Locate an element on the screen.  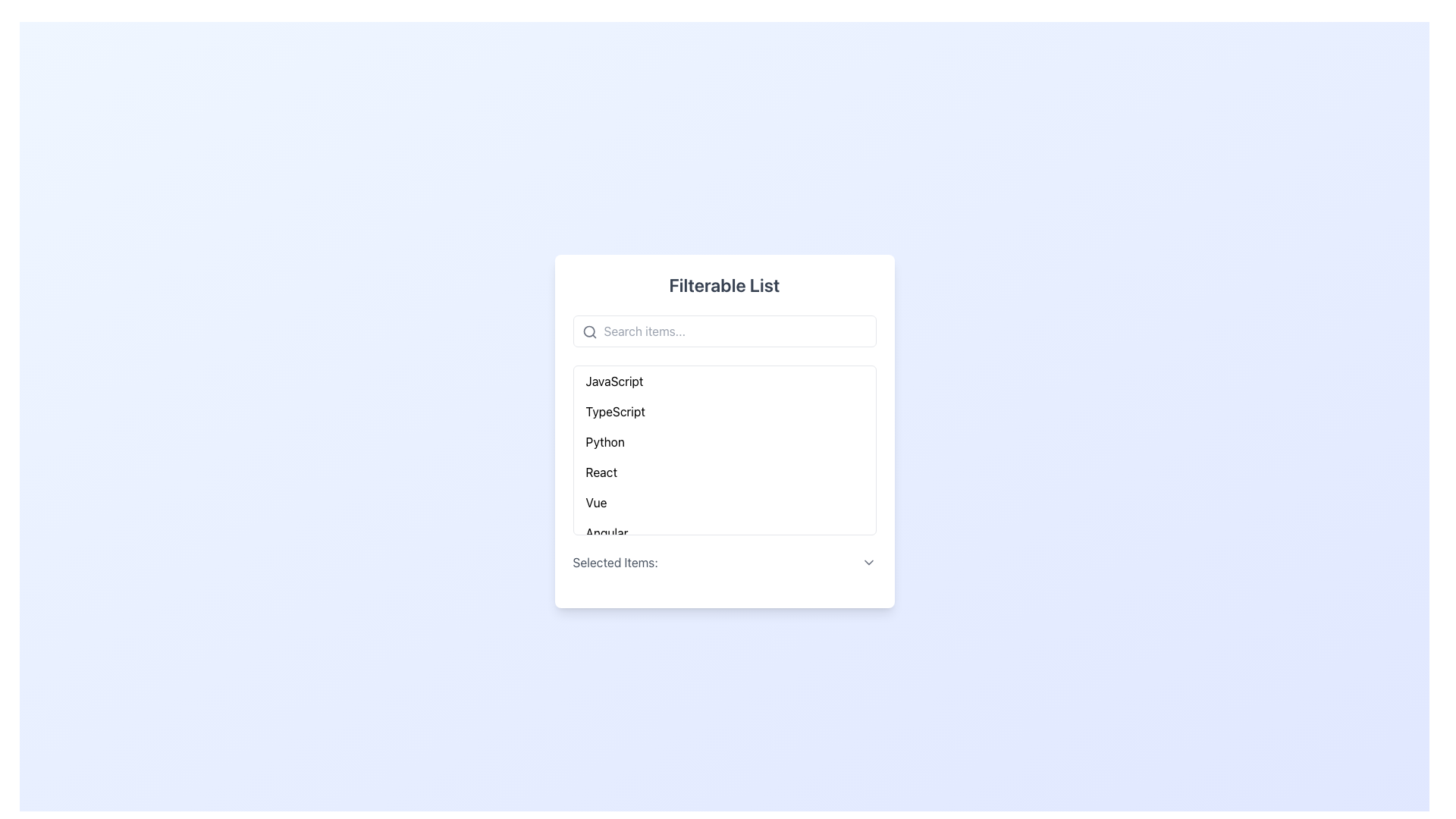
the fifth item in the filterable list is located at coordinates (595, 503).